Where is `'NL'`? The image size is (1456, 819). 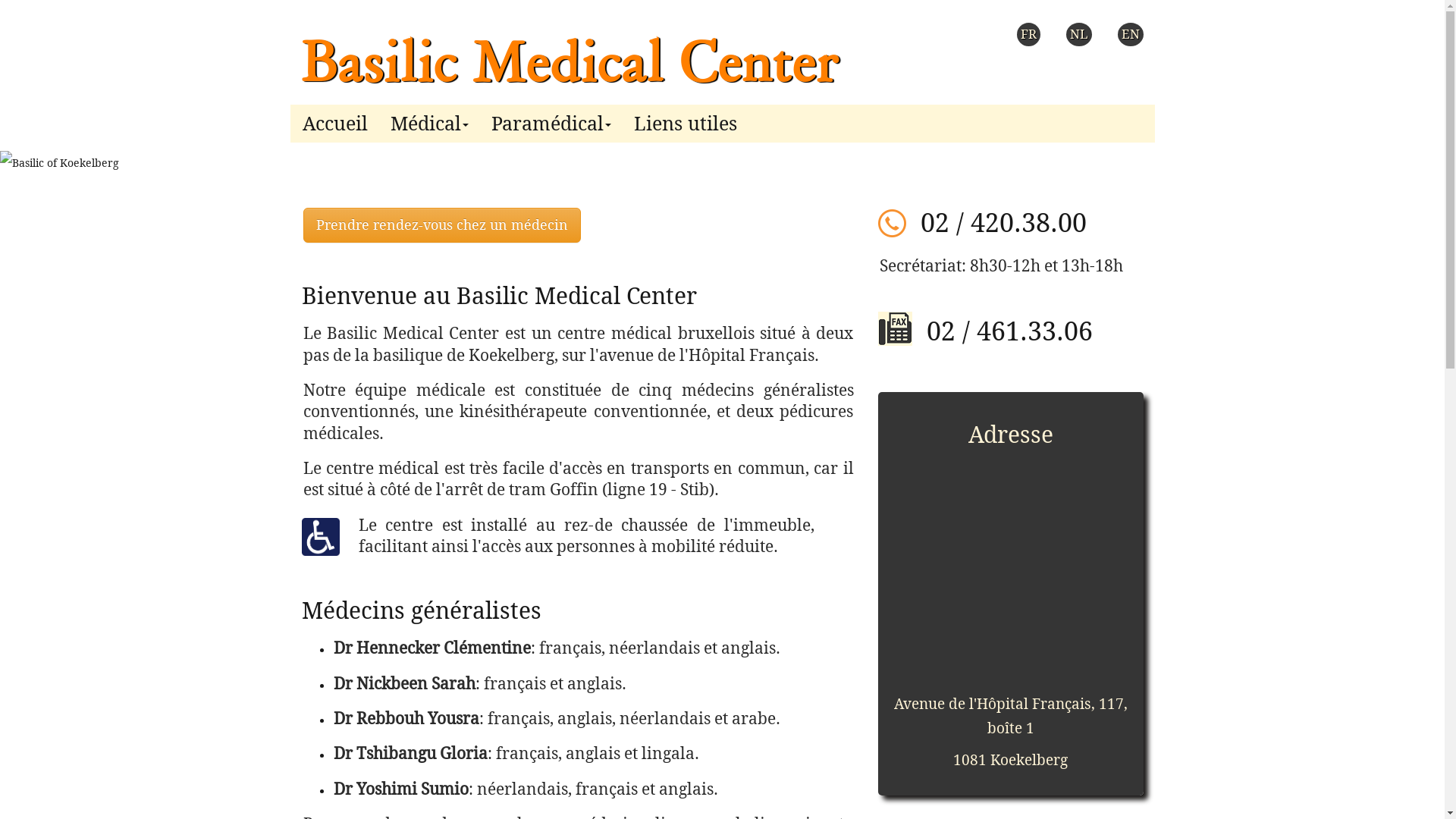
'NL' is located at coordinates (1078, 34).